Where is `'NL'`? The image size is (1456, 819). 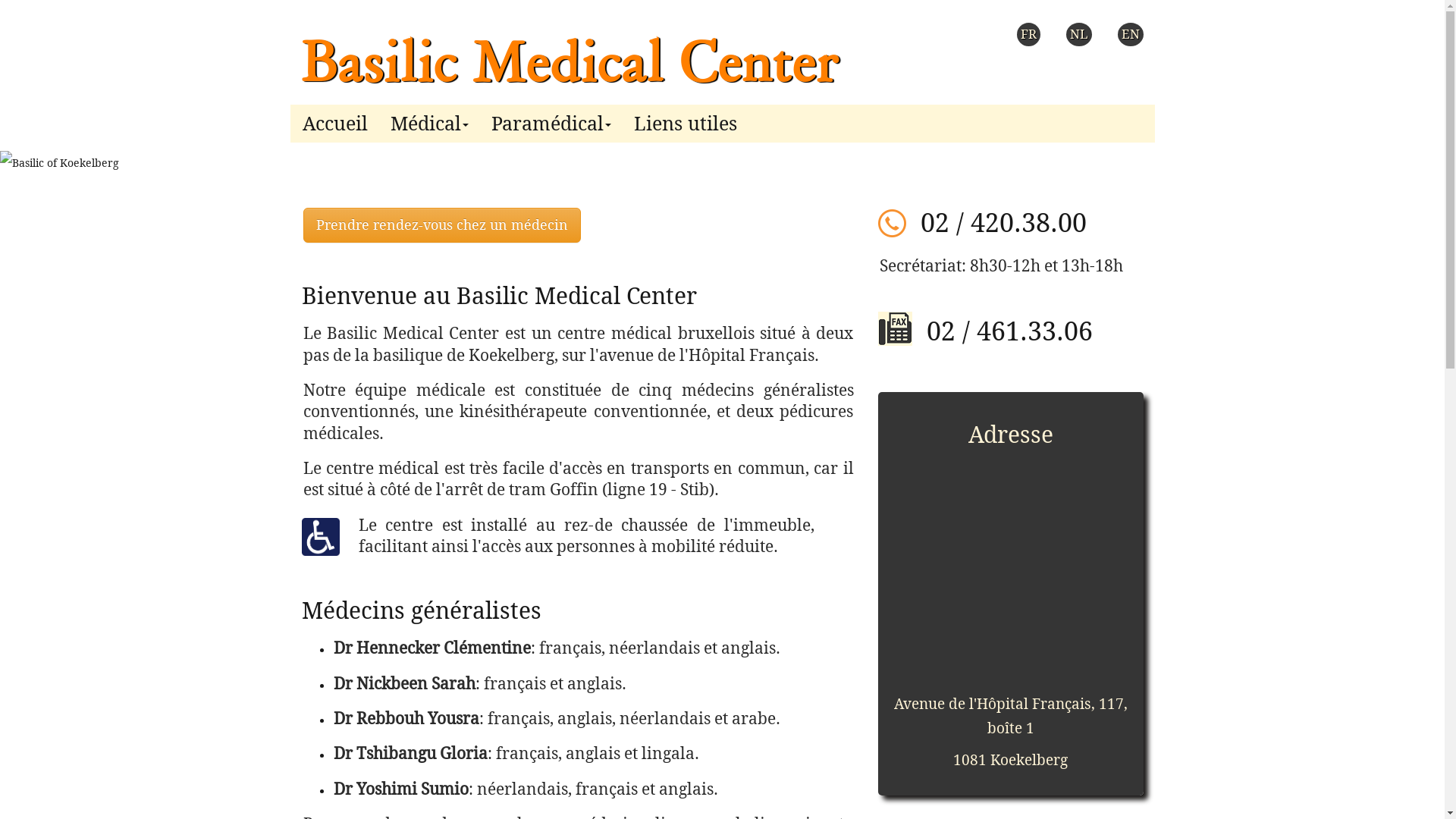
'NL' is located at coordinates (1078, 34).